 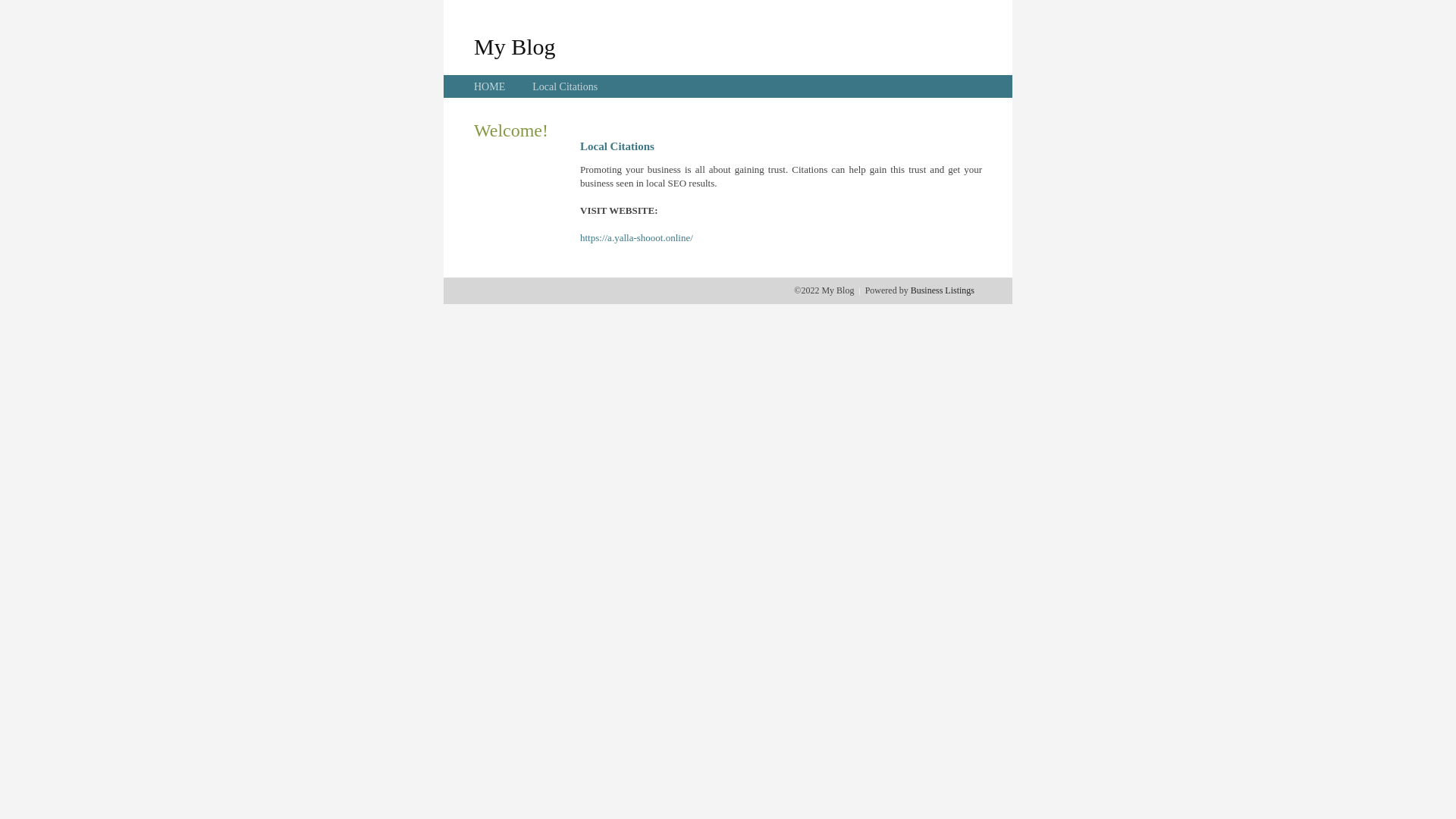 I want to click on 'HOME', so click(x=489, y=86).